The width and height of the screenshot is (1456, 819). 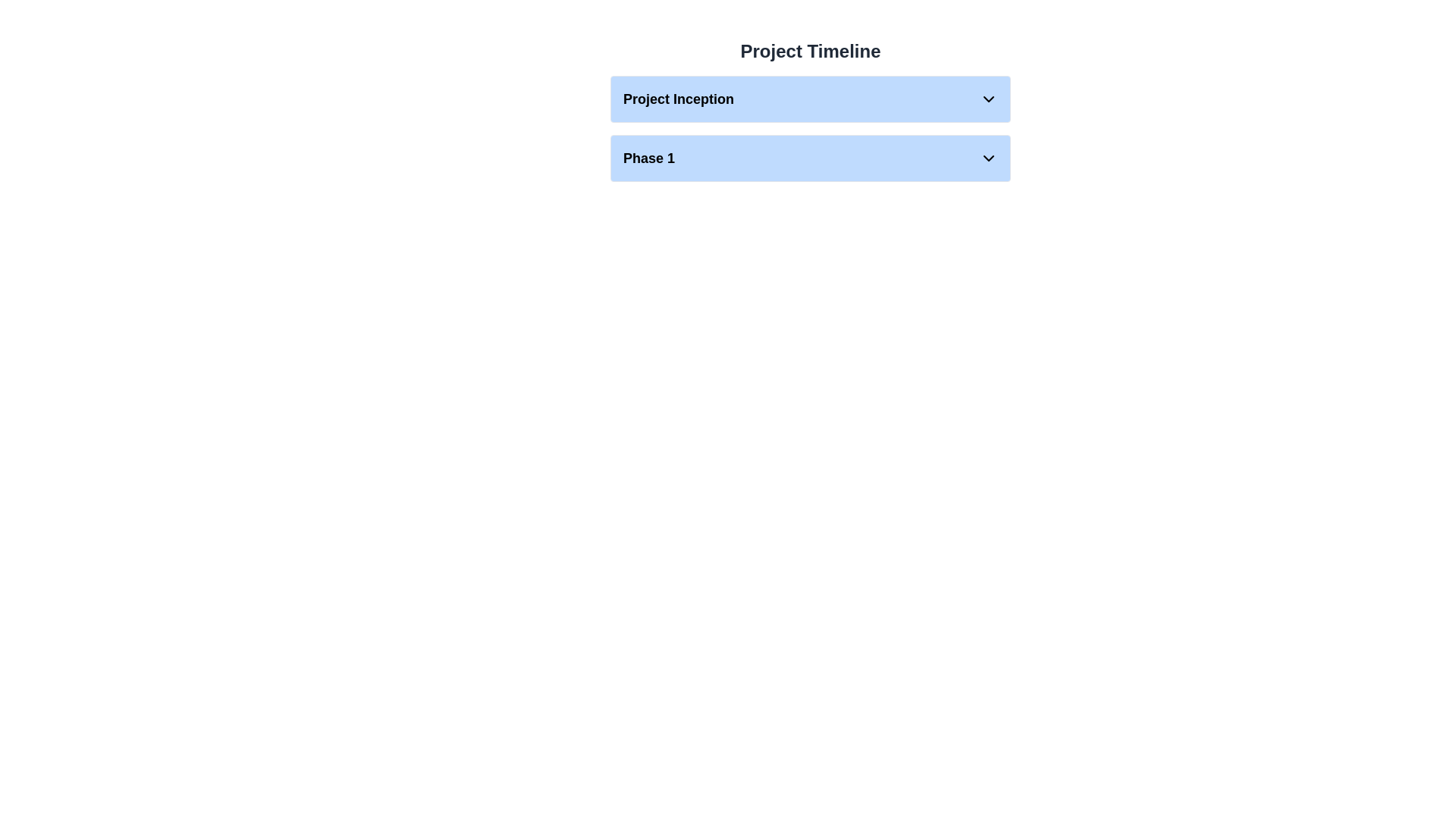 I want to click on the downward-pointing chevron icon located to the right of the 'Phase 1' text, so click(x=989, y=158).